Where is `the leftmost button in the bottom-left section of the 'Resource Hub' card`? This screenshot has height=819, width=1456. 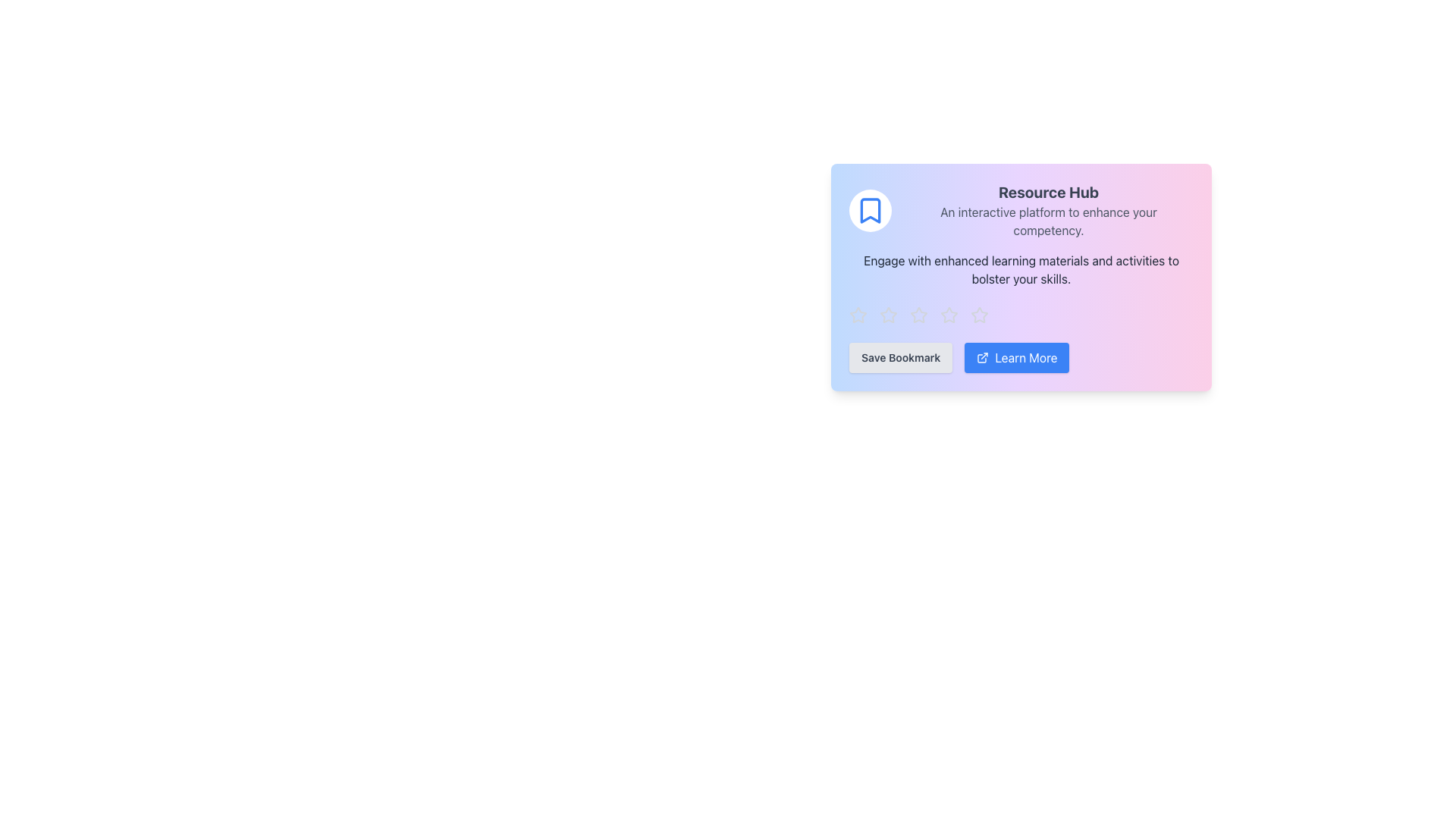
the leftmost button in the bottom-left section of the 'Resource Hub' card is located at coordinates (901, 357).